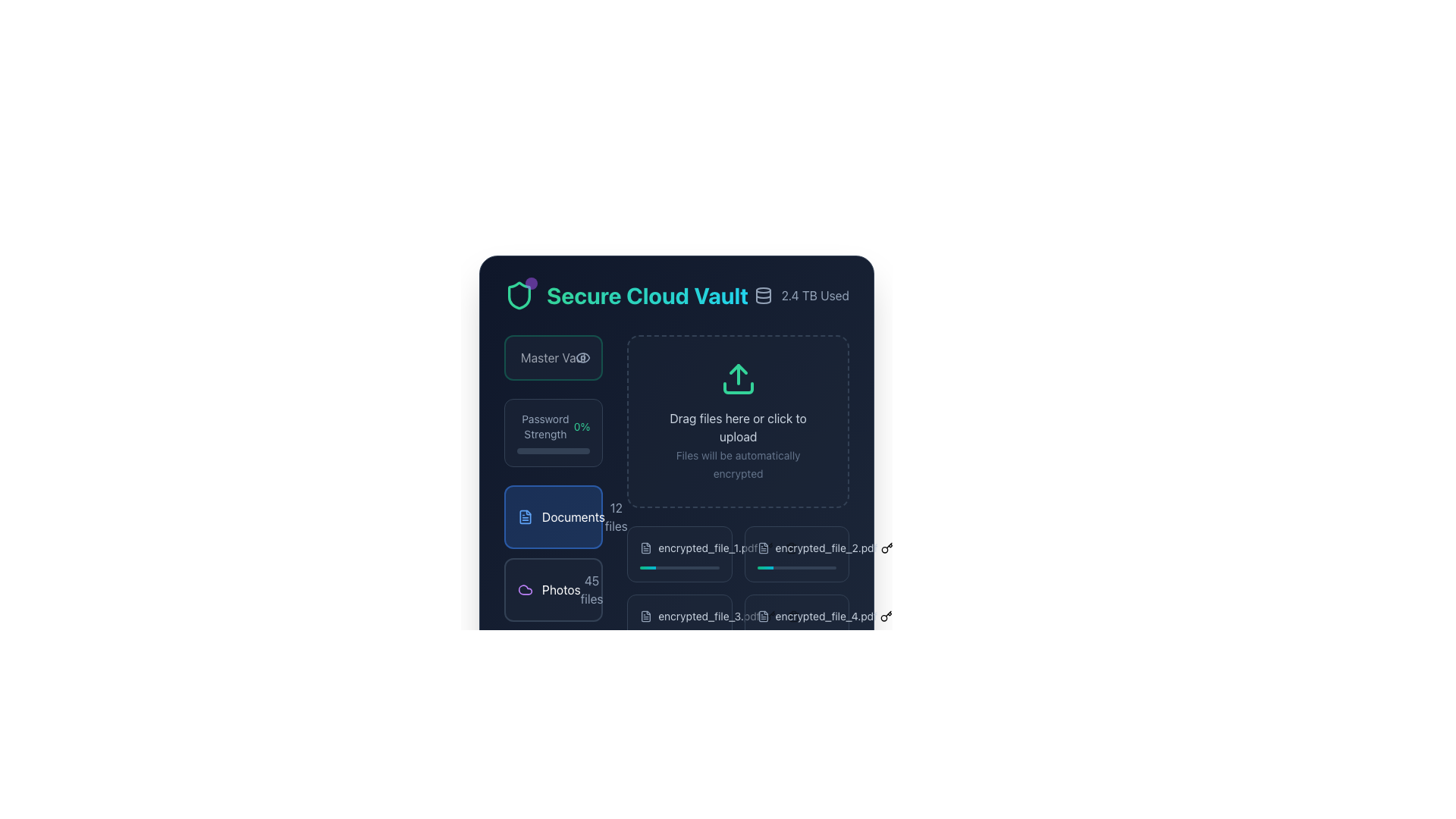  I want to click on the first file entry labeled 'encrypted_file_1.pdf' beneath the 'Documents' section to initiate the action of opening or selecting the file, so click(698, 548).